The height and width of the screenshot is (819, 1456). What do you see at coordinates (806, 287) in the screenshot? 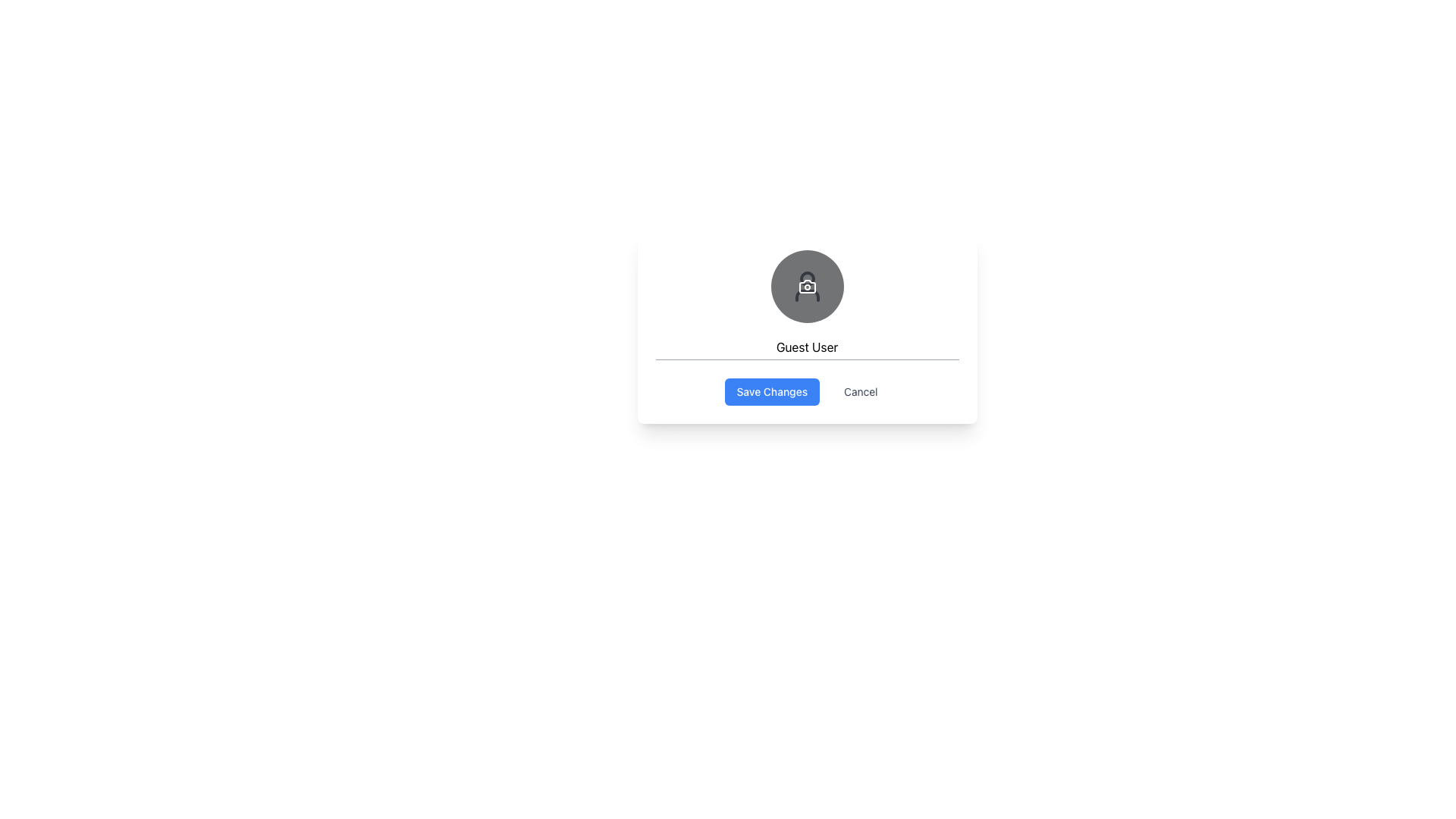
I see `the camera icon SVG graphic located in the center of the avatar section within the dialog modal, above the text 'Guest User'` at bounding box center [806, 287].